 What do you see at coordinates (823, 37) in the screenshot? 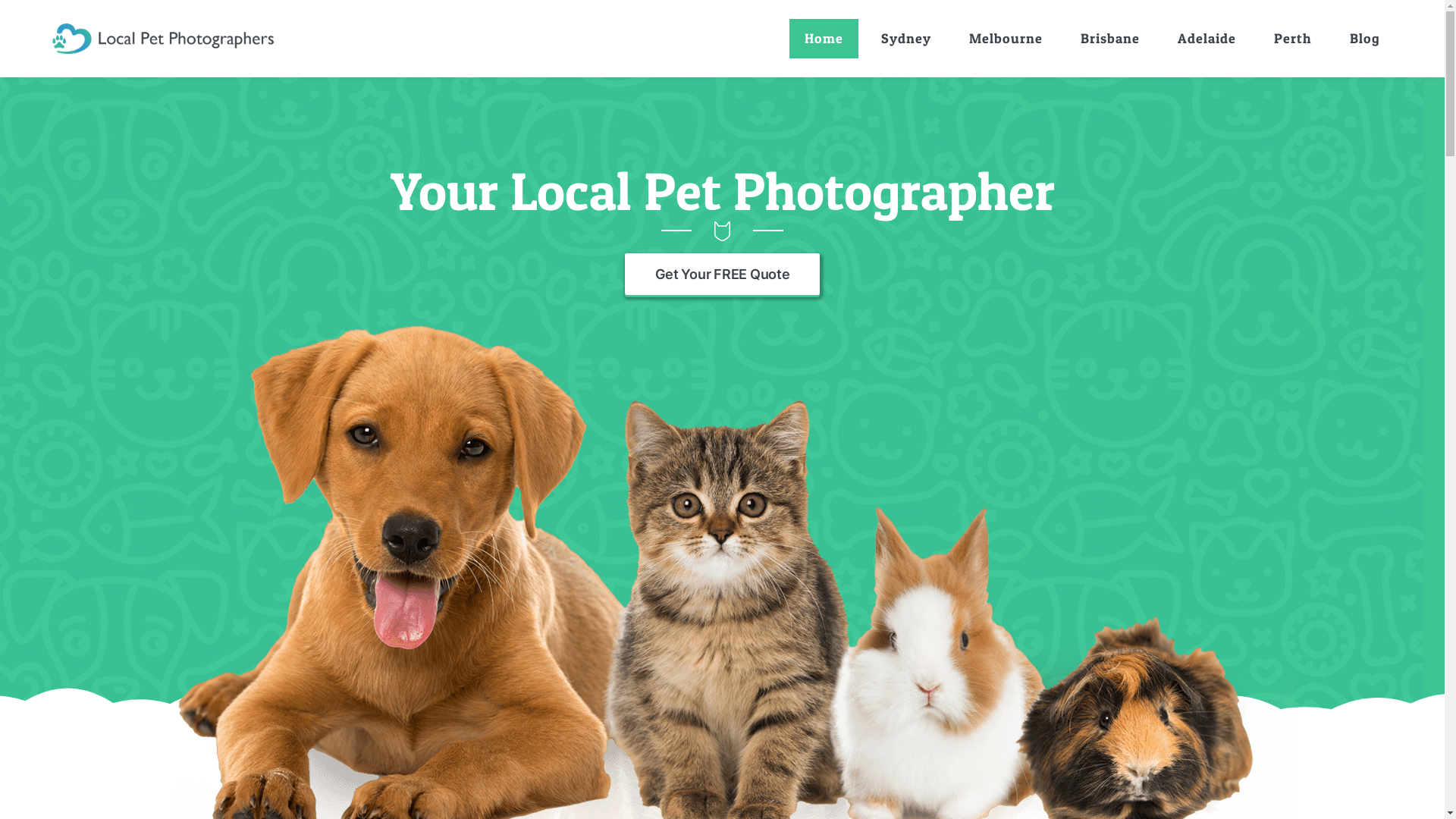
I see `'Home'` at bounding box center [823, 37].